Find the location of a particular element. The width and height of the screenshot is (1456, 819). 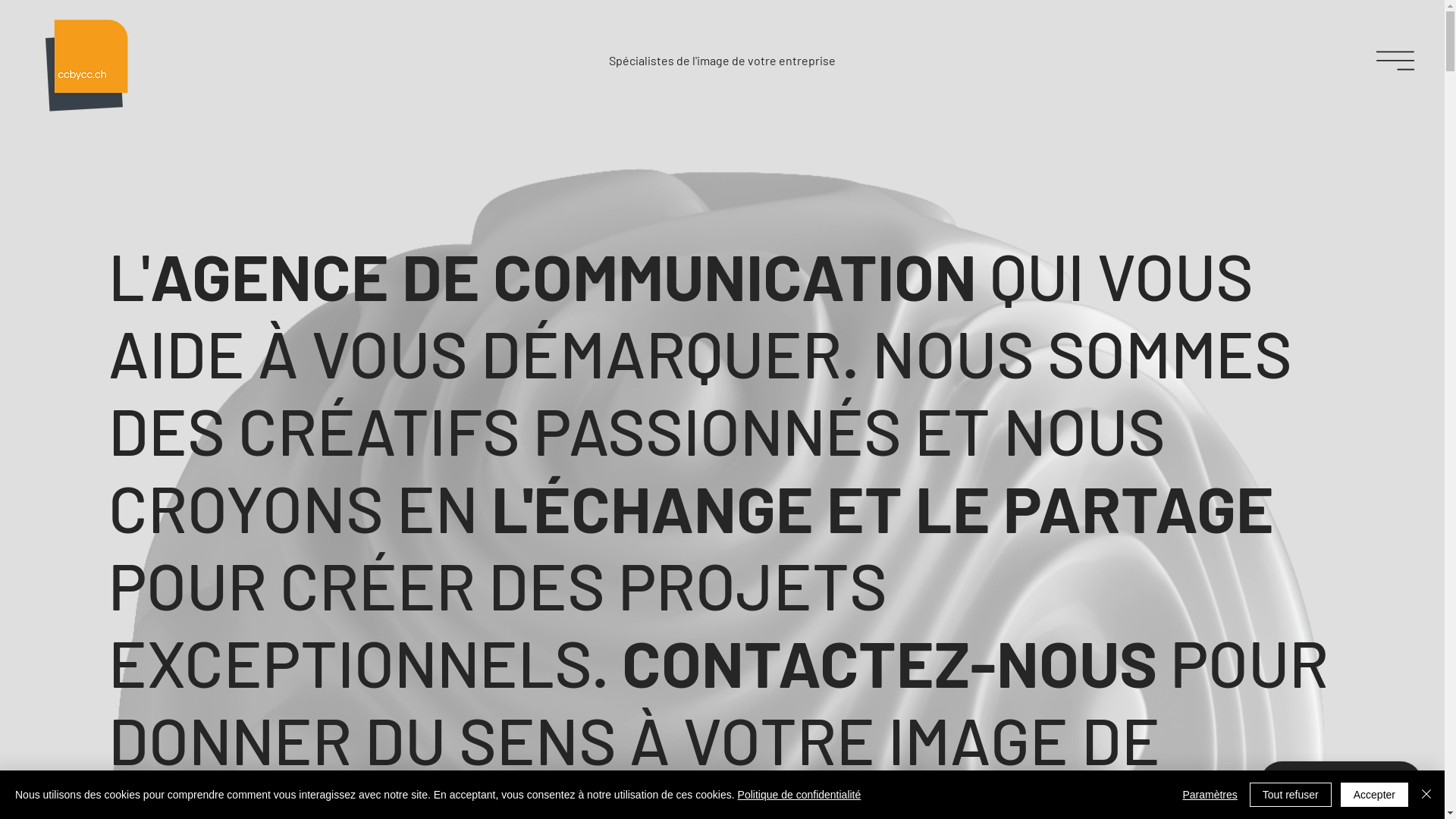

'Tout refuser' is located at coordinates (1249, 794).